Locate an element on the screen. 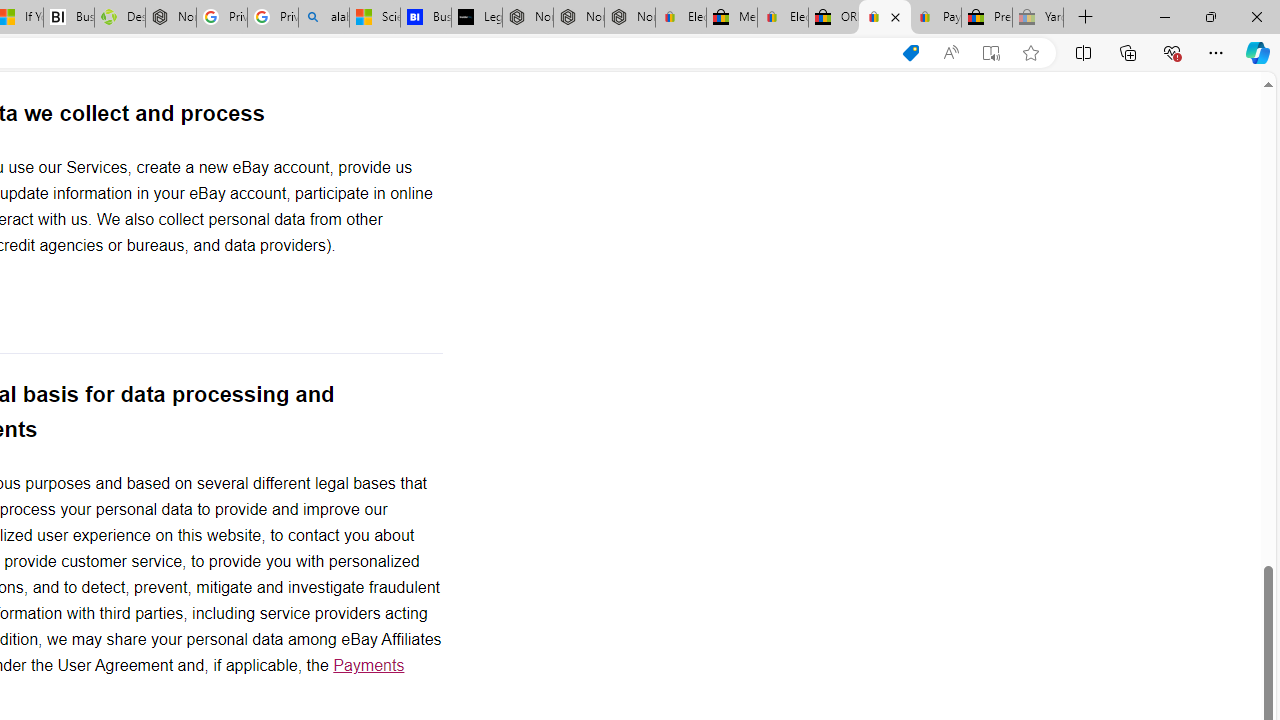  'Press Room - eBay Inc.' is located at coordinates (987, 17).